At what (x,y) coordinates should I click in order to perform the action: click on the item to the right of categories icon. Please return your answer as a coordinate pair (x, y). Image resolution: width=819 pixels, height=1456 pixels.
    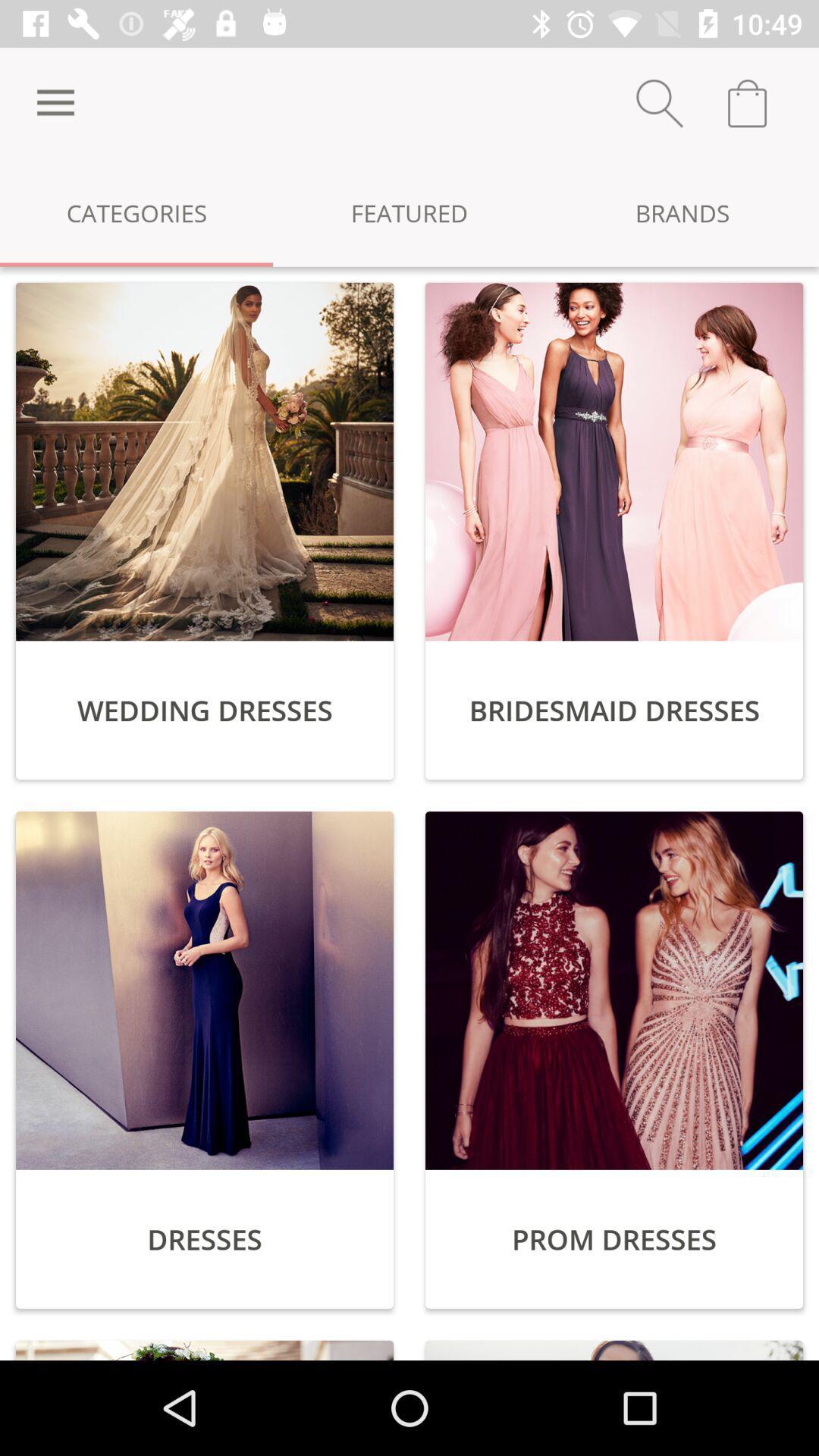
    Looking at the image, I should click on (409, 212).